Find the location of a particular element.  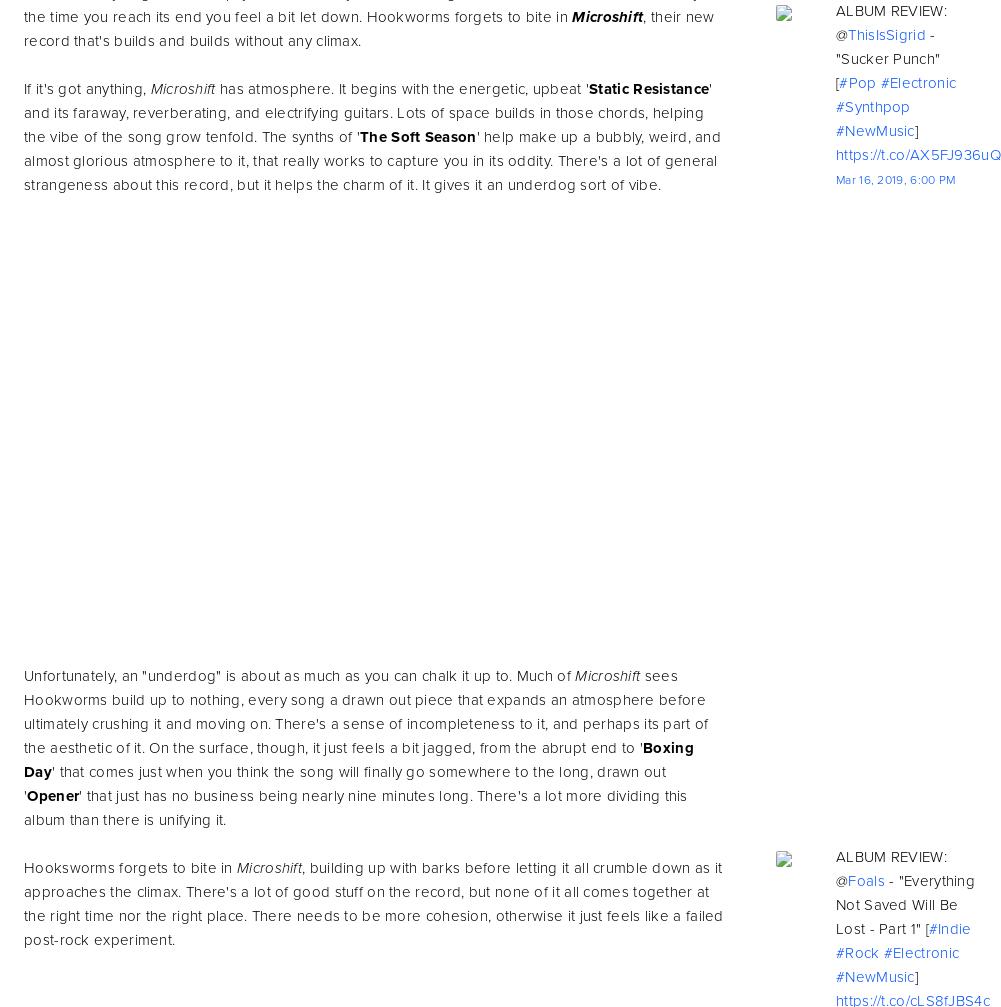

'' that comes just when you think the song will finally go somewhere to the long, drawn out '' is located at coordinates (344, 782).